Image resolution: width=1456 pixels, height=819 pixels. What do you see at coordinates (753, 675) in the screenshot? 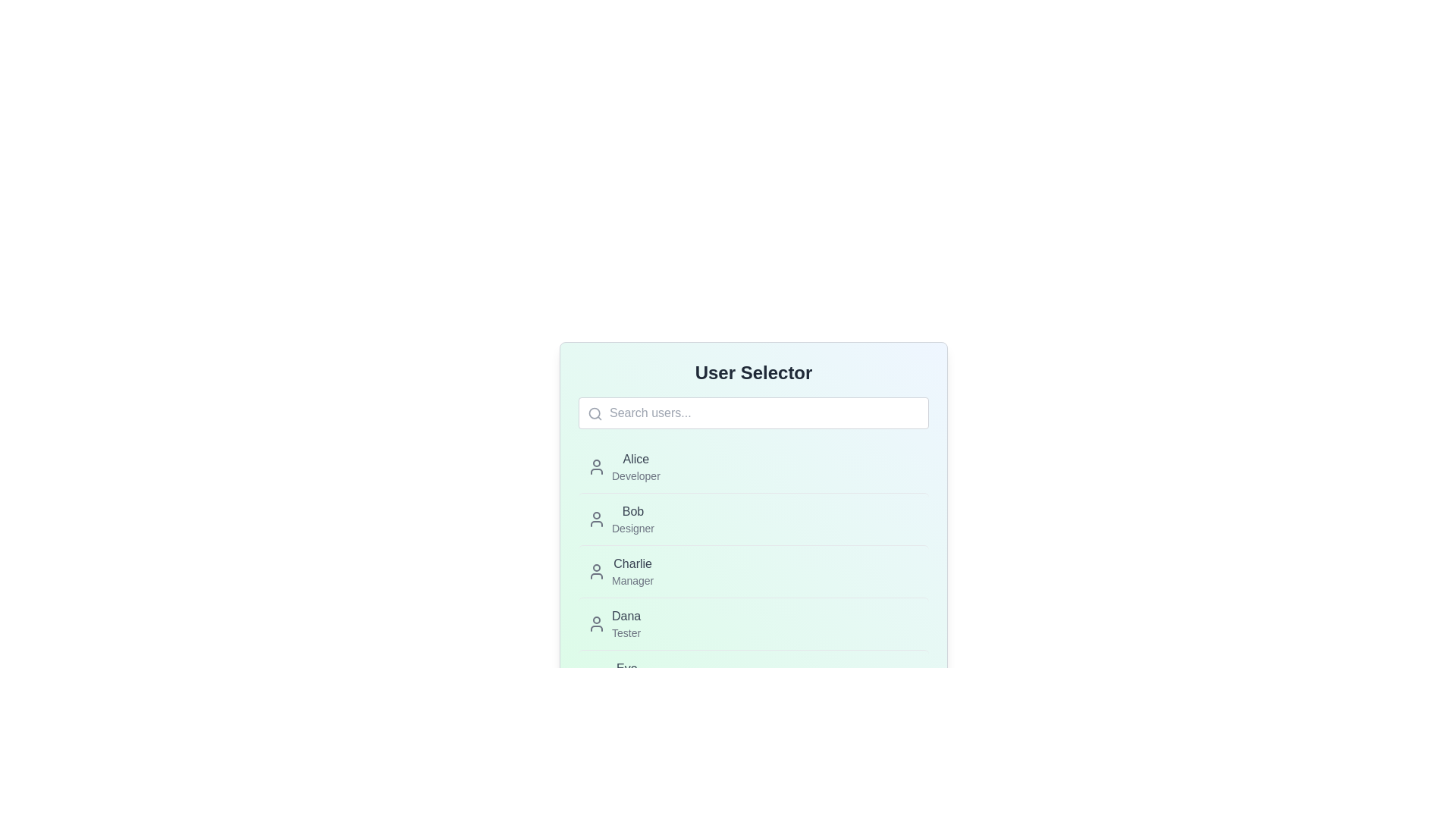
I see `the last user entry list item, which has a green background and displays 'Eve' as the user name with 'Admin' below it` at bounding box center [753, 675].